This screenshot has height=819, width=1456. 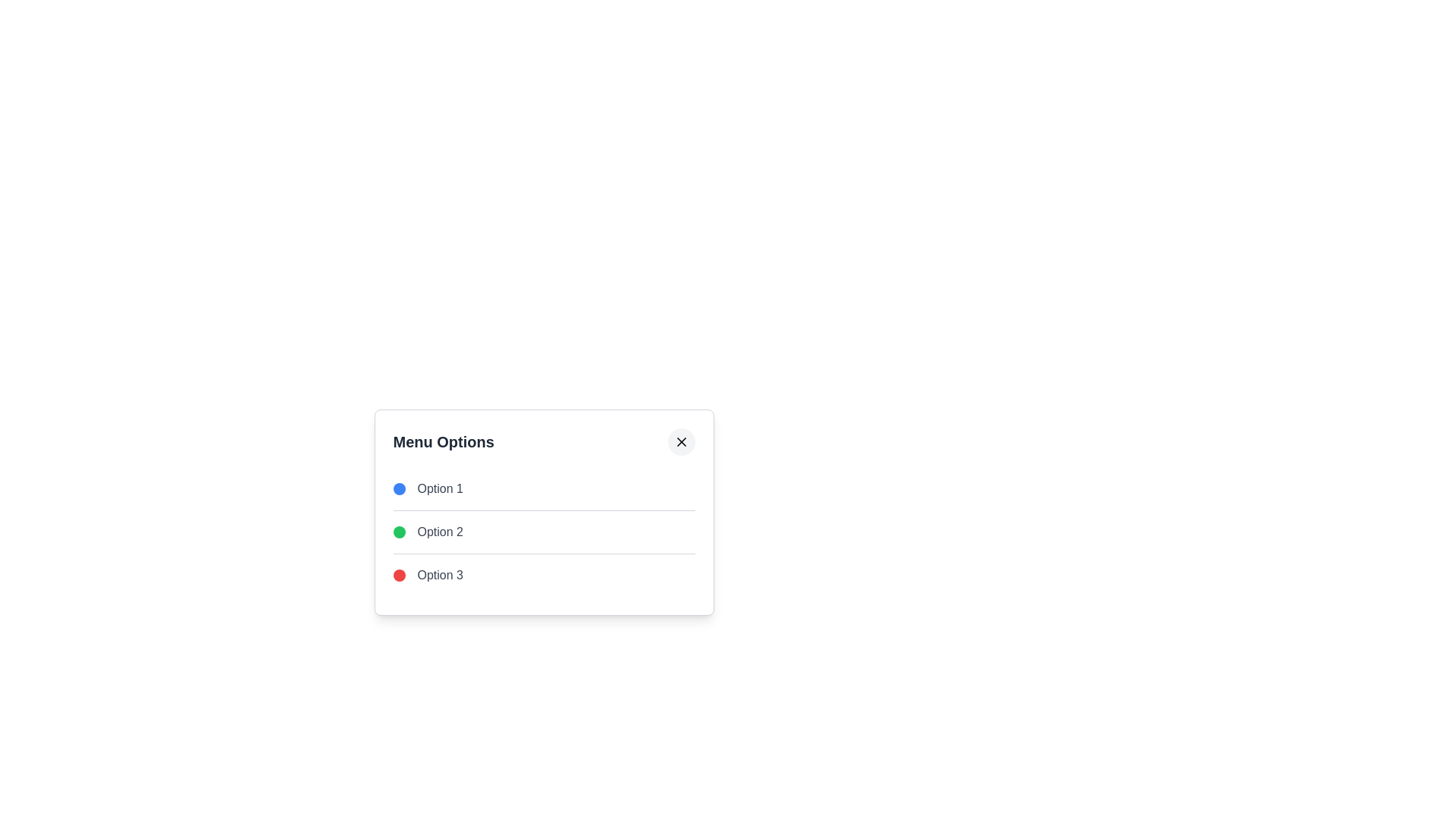 What do you see at coordinates (680, 441) in the screenshot?
I see `the X-shaped icon button in the top-right corner of the 'Menu Options' card` at bounding box center [680, 441].